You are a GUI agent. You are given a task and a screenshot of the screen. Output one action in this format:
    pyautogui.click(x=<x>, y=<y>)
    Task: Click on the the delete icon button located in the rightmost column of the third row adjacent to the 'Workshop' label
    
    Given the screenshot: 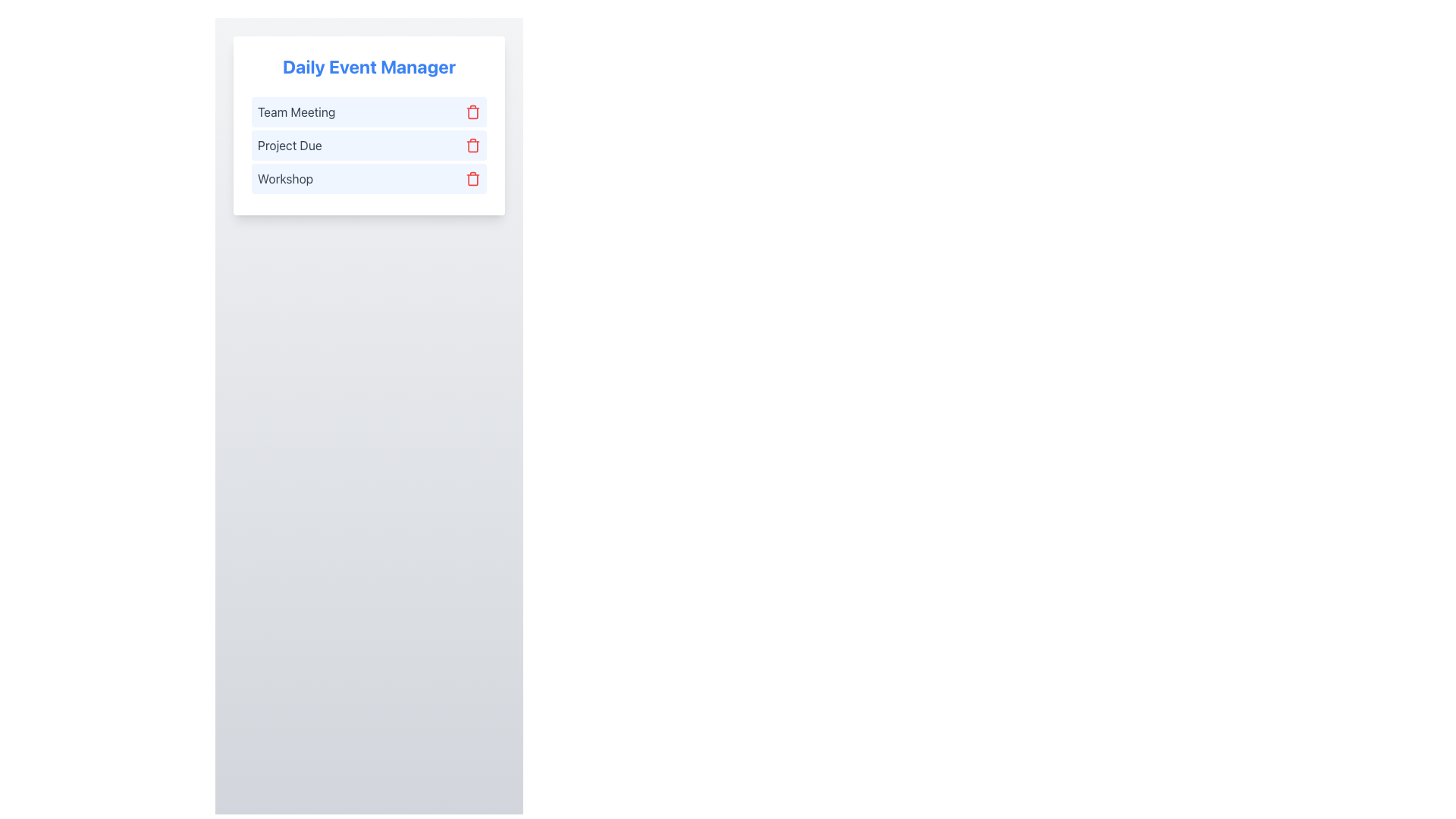 What is the action you would take?
    pyautogui.click(x=472, y=178)
    